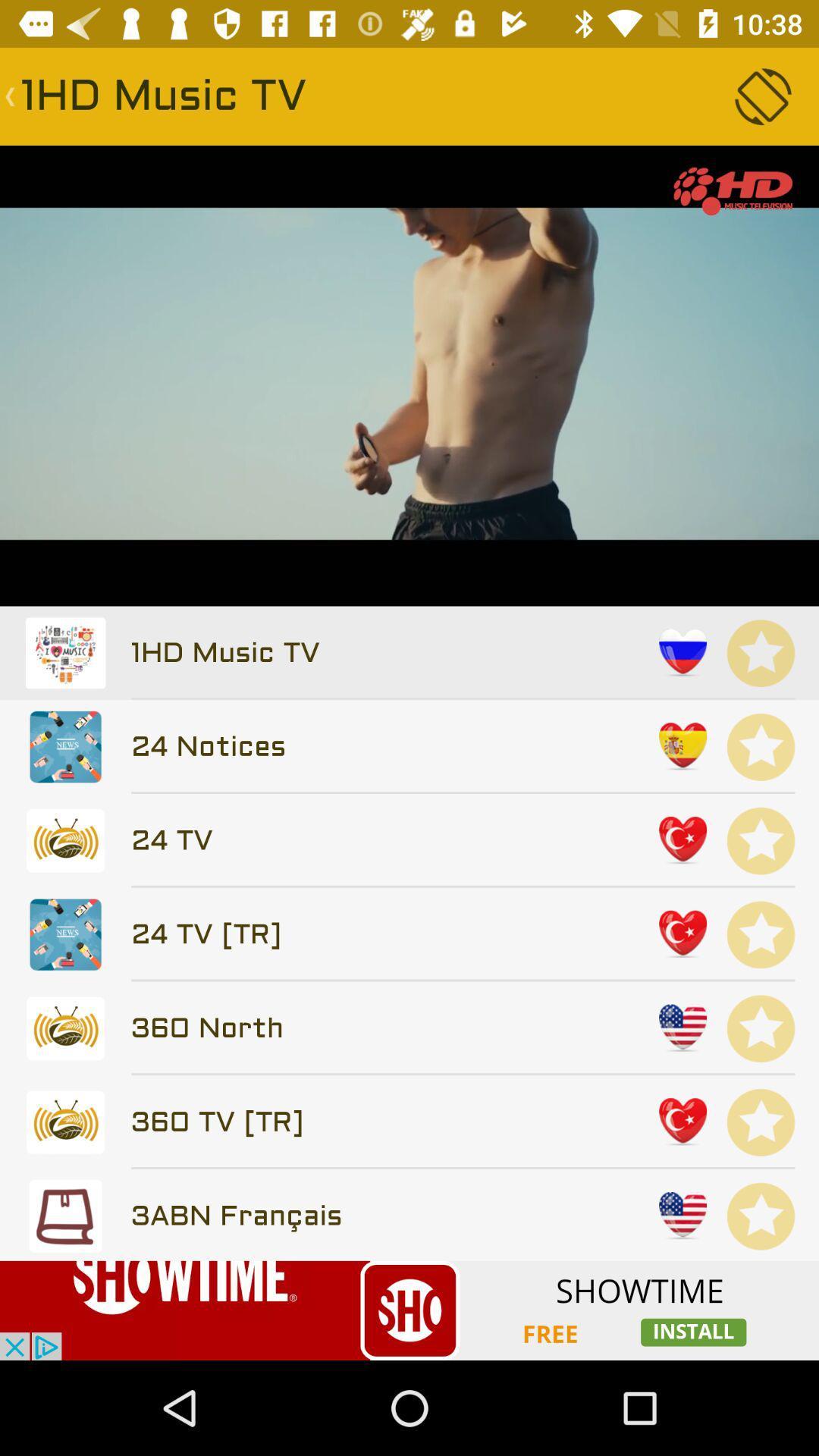 The width and height of the screenshot is (819, 1456). Describe the element at coordinates (409, 1310) in the screenshot. I see `banner advertisement` at that location.